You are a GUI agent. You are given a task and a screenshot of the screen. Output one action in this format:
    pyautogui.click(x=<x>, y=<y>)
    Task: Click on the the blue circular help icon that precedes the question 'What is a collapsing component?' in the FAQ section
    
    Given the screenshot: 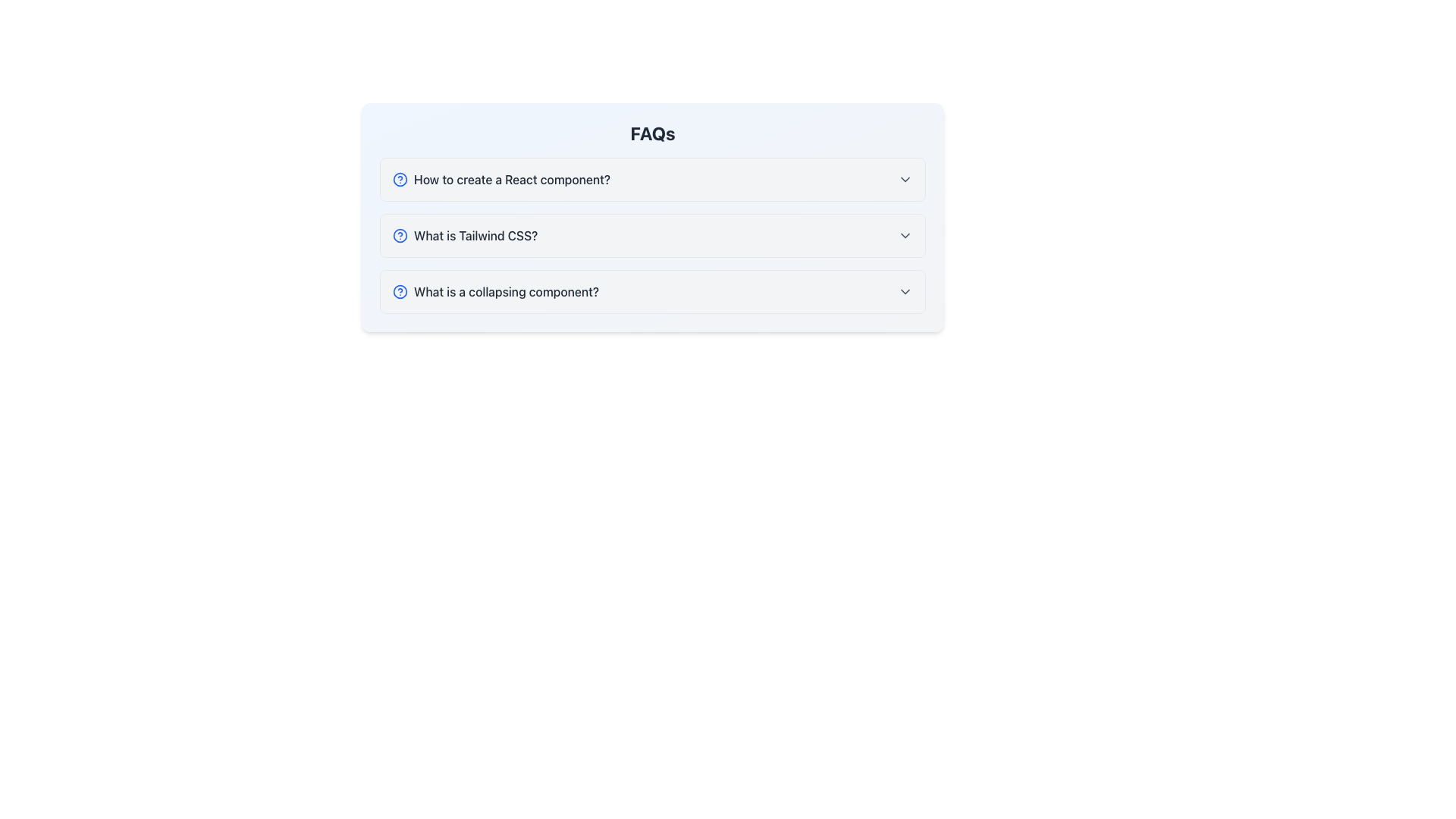 What is the action you would take?
    pyautogui.click(x=400, y=292)
    